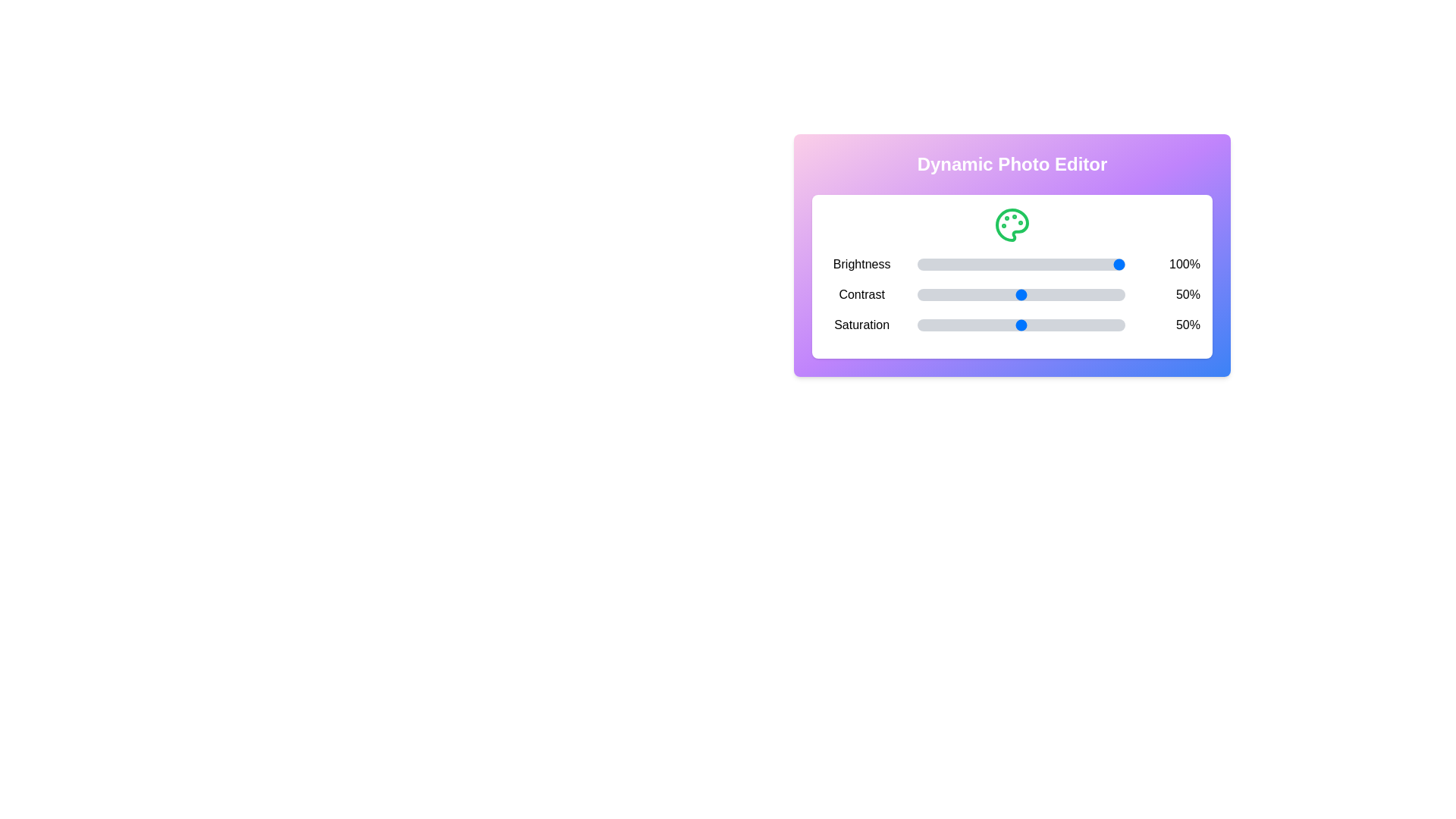 The image size is (1456, 819). Describe the element at coordinates (986, 295) in the screenshot. I see `the Contrast slider to set its value to 33` at that location.